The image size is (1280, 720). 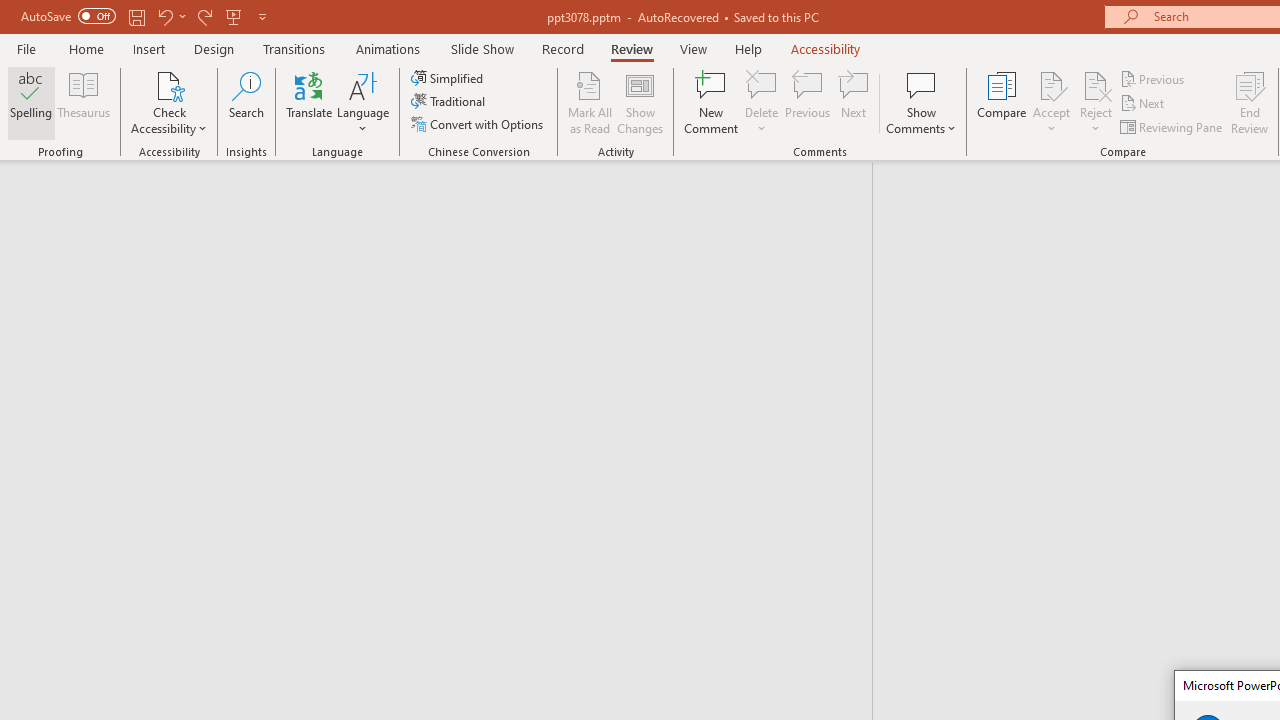 What do you see at coordinates (761, 103) in the screenshot?
I see `'Delete'` at bounding box center [761, 103].